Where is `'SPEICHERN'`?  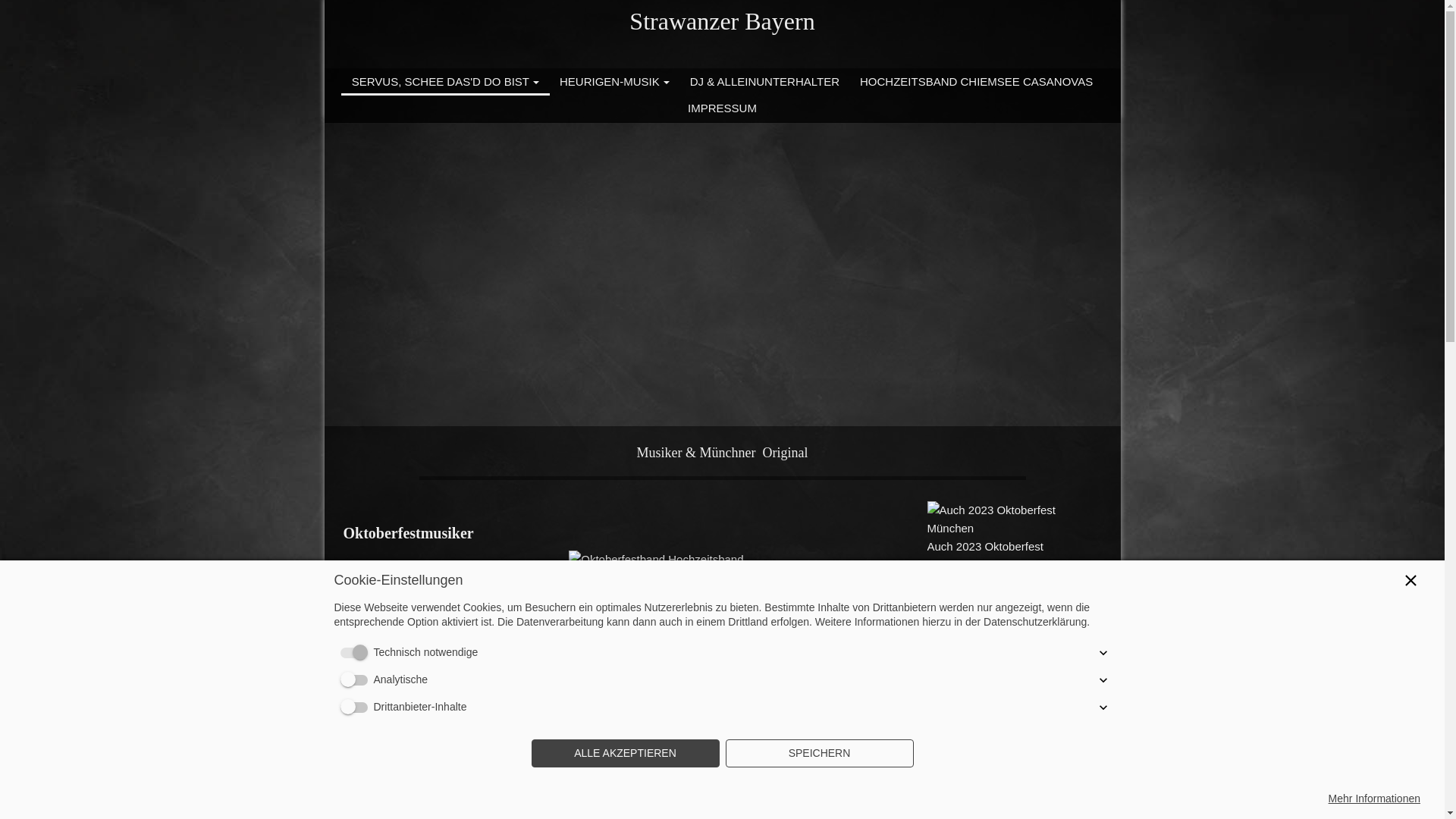 'SPEICHERN' is located at coordinates (818, 754).